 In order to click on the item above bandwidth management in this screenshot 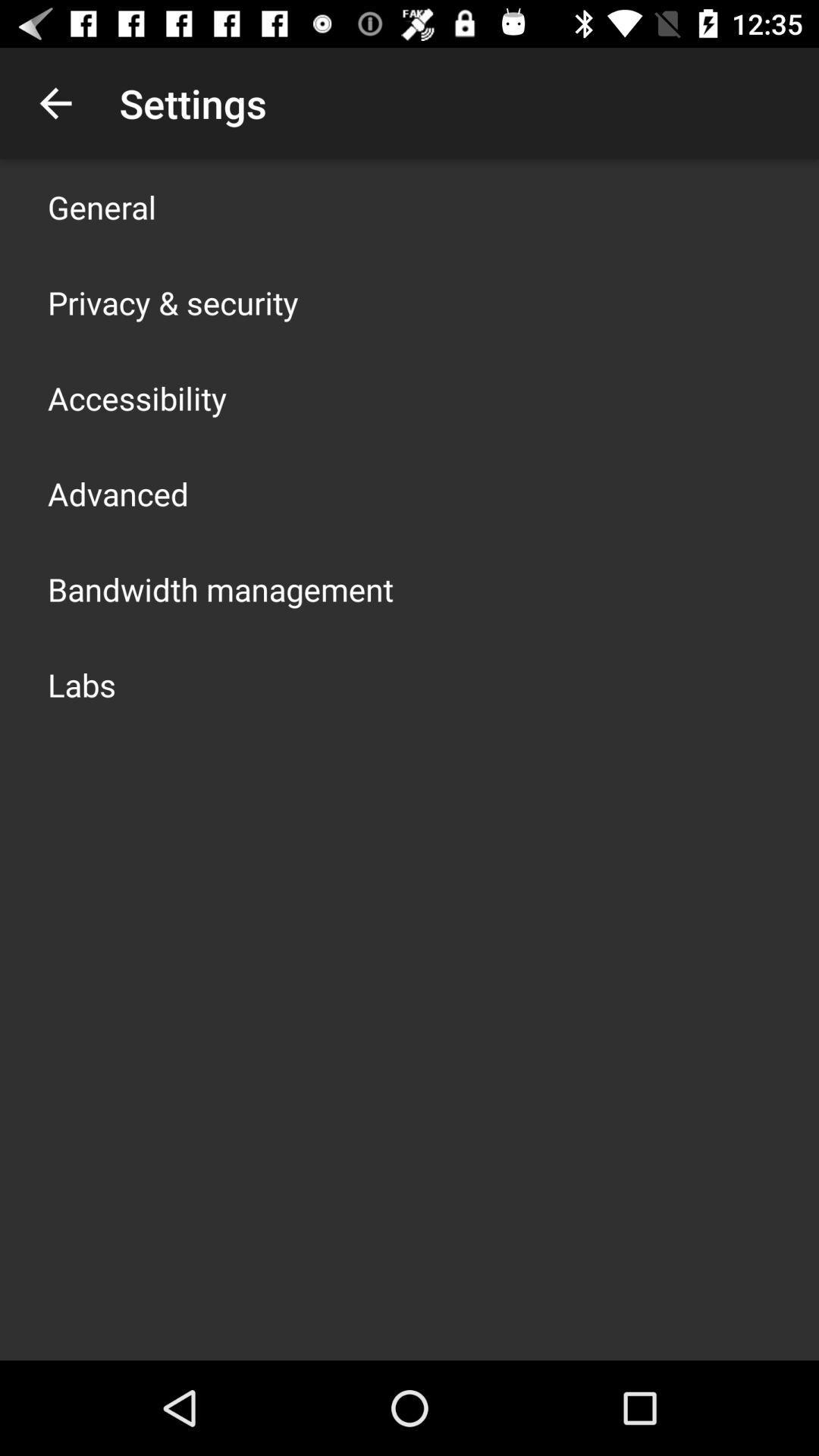, I will do `click(117, 494)`.